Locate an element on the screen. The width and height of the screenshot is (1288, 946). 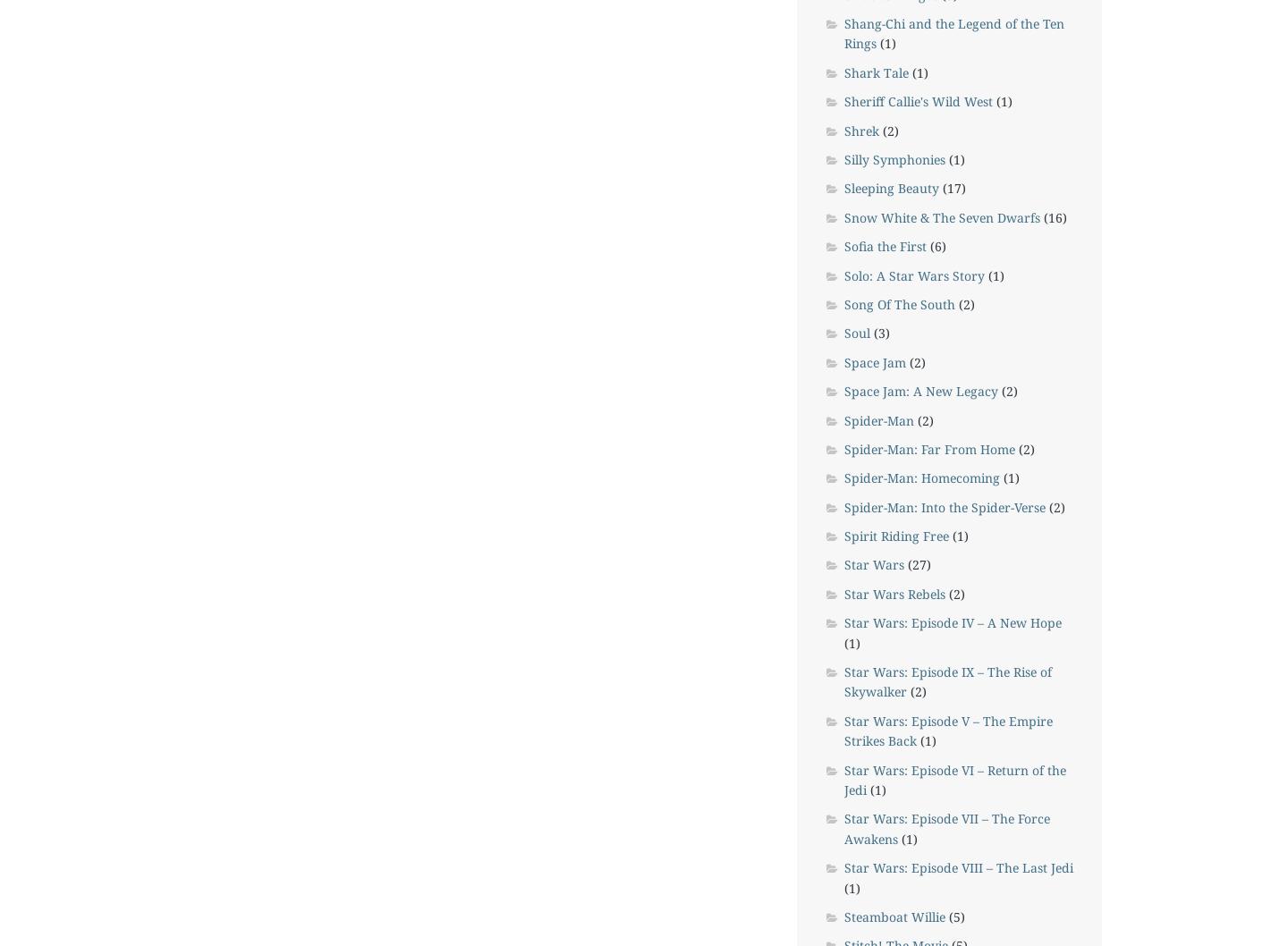
'(3)' is located at coordinates (877, 333).